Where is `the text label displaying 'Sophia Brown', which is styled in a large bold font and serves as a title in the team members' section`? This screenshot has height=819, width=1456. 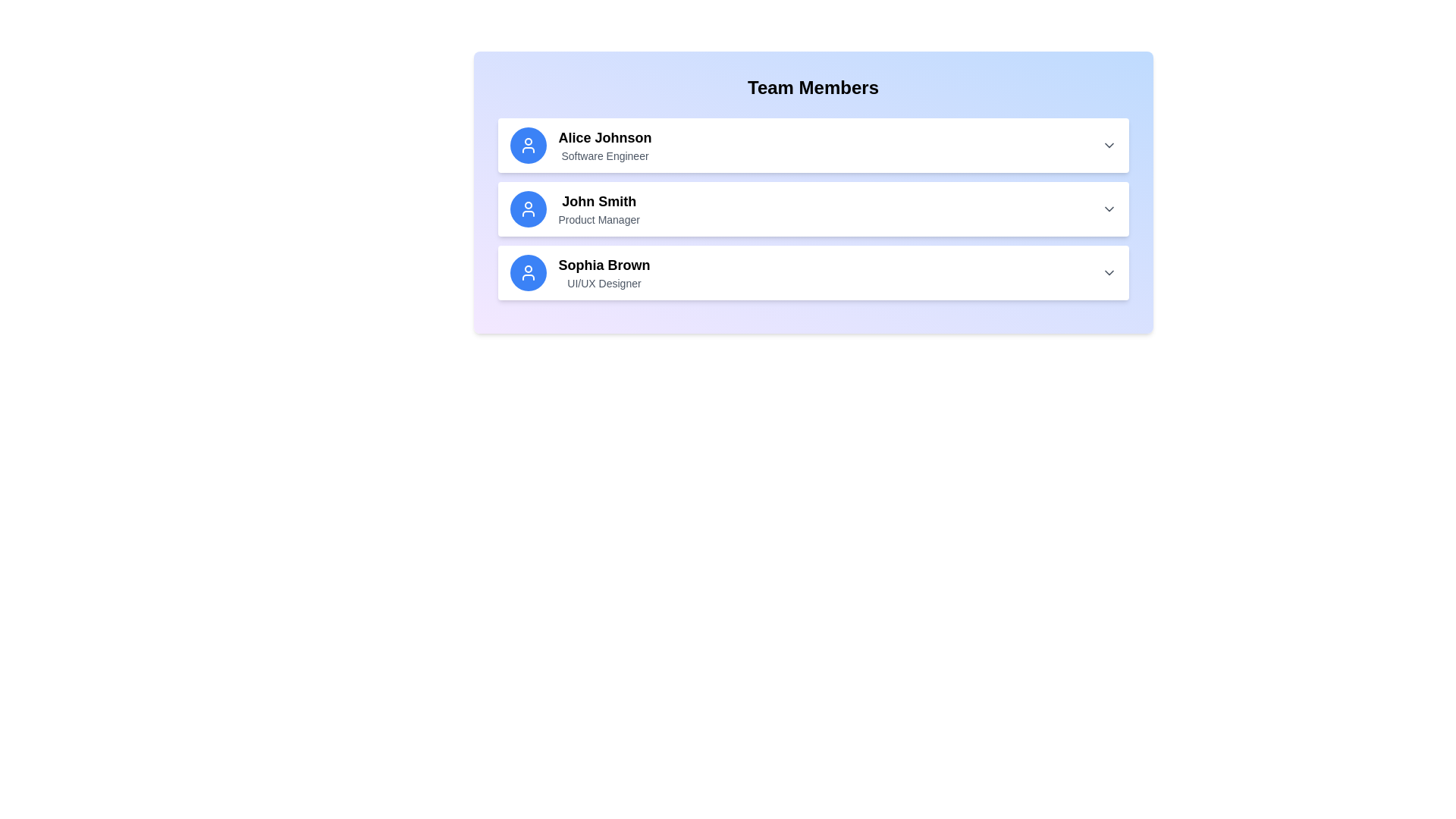
the text label displaying 'Sophia Brown', which is styled in a large bold font and serves as a title in the team members' section is located at coordinates (603, 265).